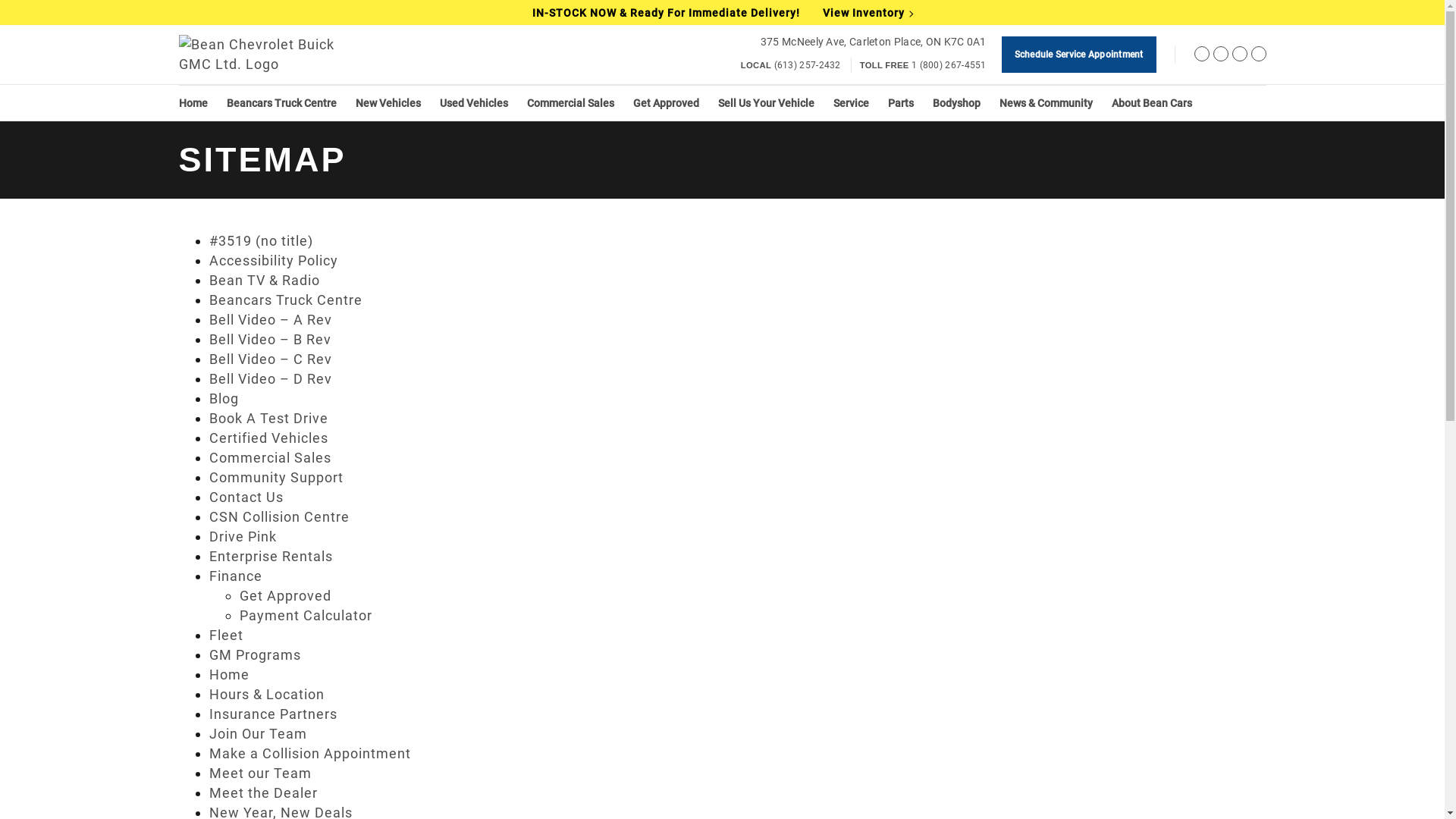 The image size is (1456, 819). Describe the element at coordinates (223, 397) in the screenshot. I see `'Blog'` at that location.